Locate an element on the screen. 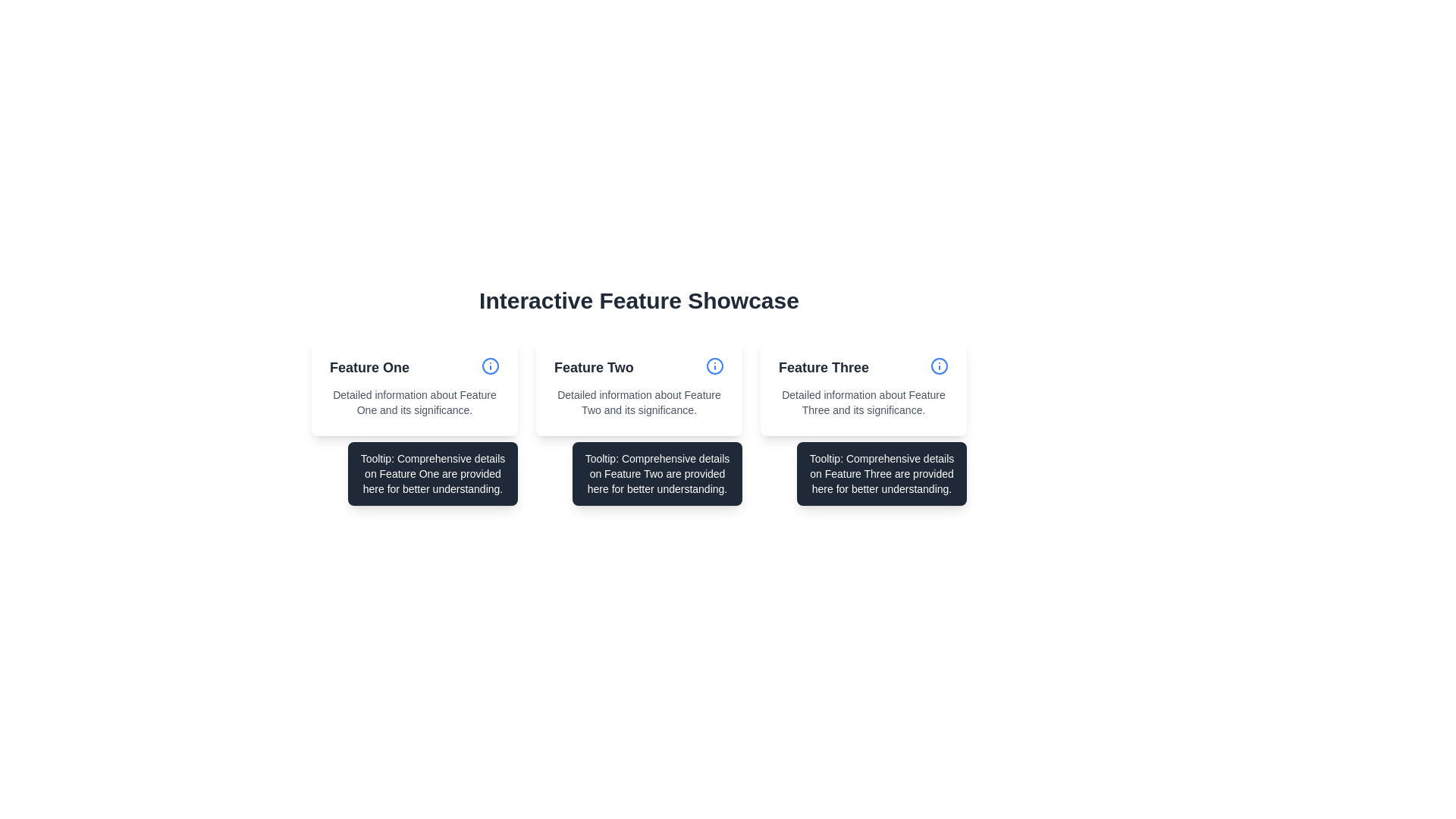 This screenshot has height=819, width=1456. information displayed on the Informational Card for 'Feature Three', located as the third card from the left in a row of three cards, positioned in the middle right of the viewport is located at coordinates (863, 386).